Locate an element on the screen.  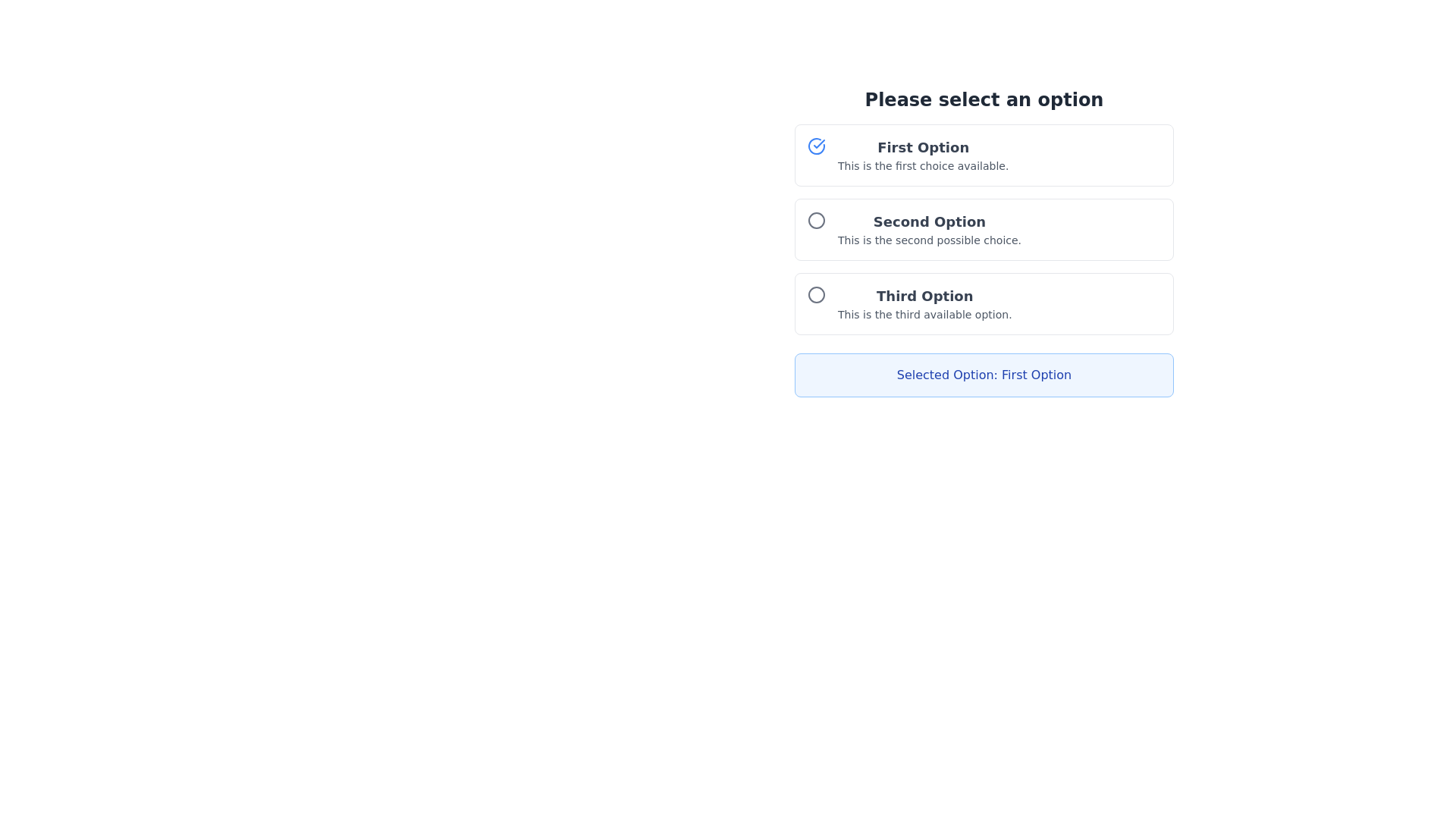
the text label stating 'This is the second possible choice.' which is styled in a small-sized, light gray font and is located below the title 'Second Option' is located at coordinates (929, 239).